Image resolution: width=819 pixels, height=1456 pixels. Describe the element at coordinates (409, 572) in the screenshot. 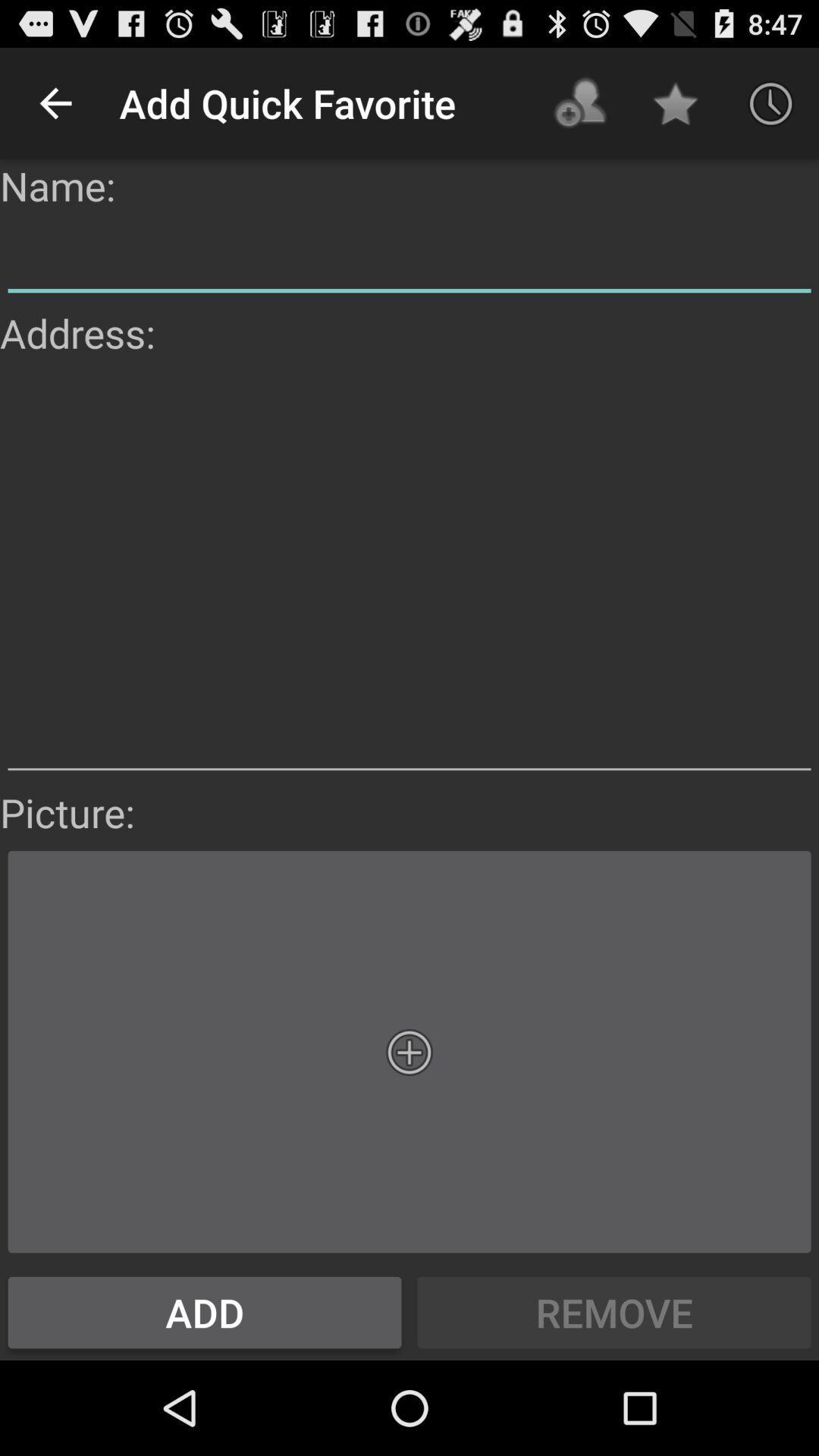

I see `address` at that location.